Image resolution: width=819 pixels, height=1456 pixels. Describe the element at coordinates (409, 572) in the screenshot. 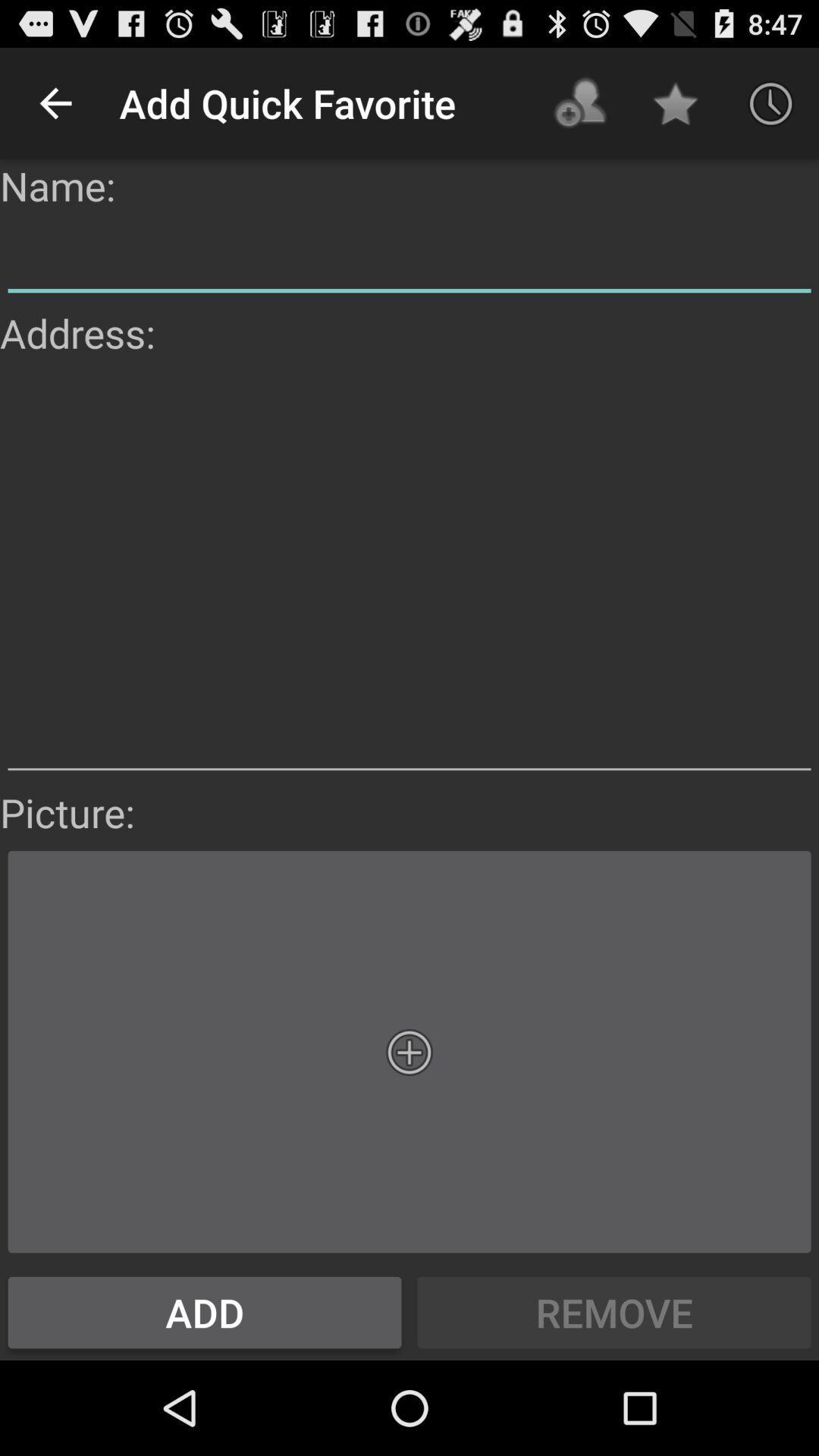

I see `address` at that location.